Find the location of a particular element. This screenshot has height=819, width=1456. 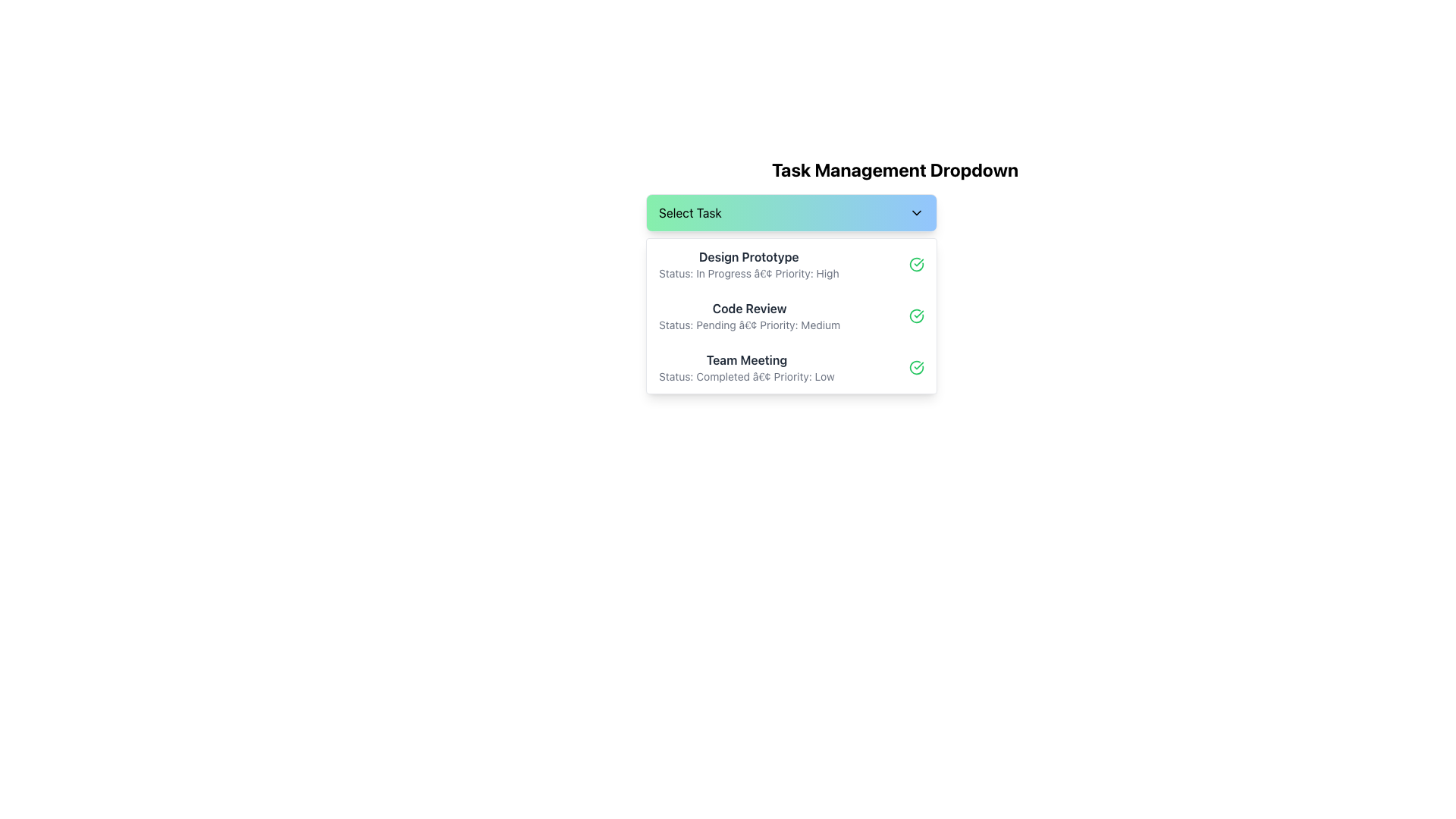

the first list item in the dropdown menu under the 'Select Task' section is located at coordinates (790, 263).